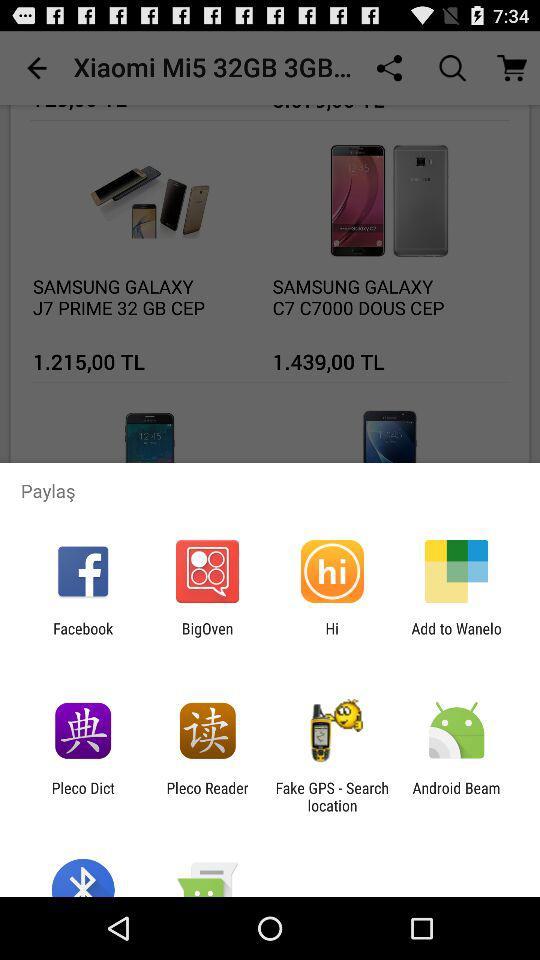 This screenshot has width=540, height=960. Describe the element at coordinates (332, 636) in the screenshot. I see `the icon to the right of bigoven icon` at that location.